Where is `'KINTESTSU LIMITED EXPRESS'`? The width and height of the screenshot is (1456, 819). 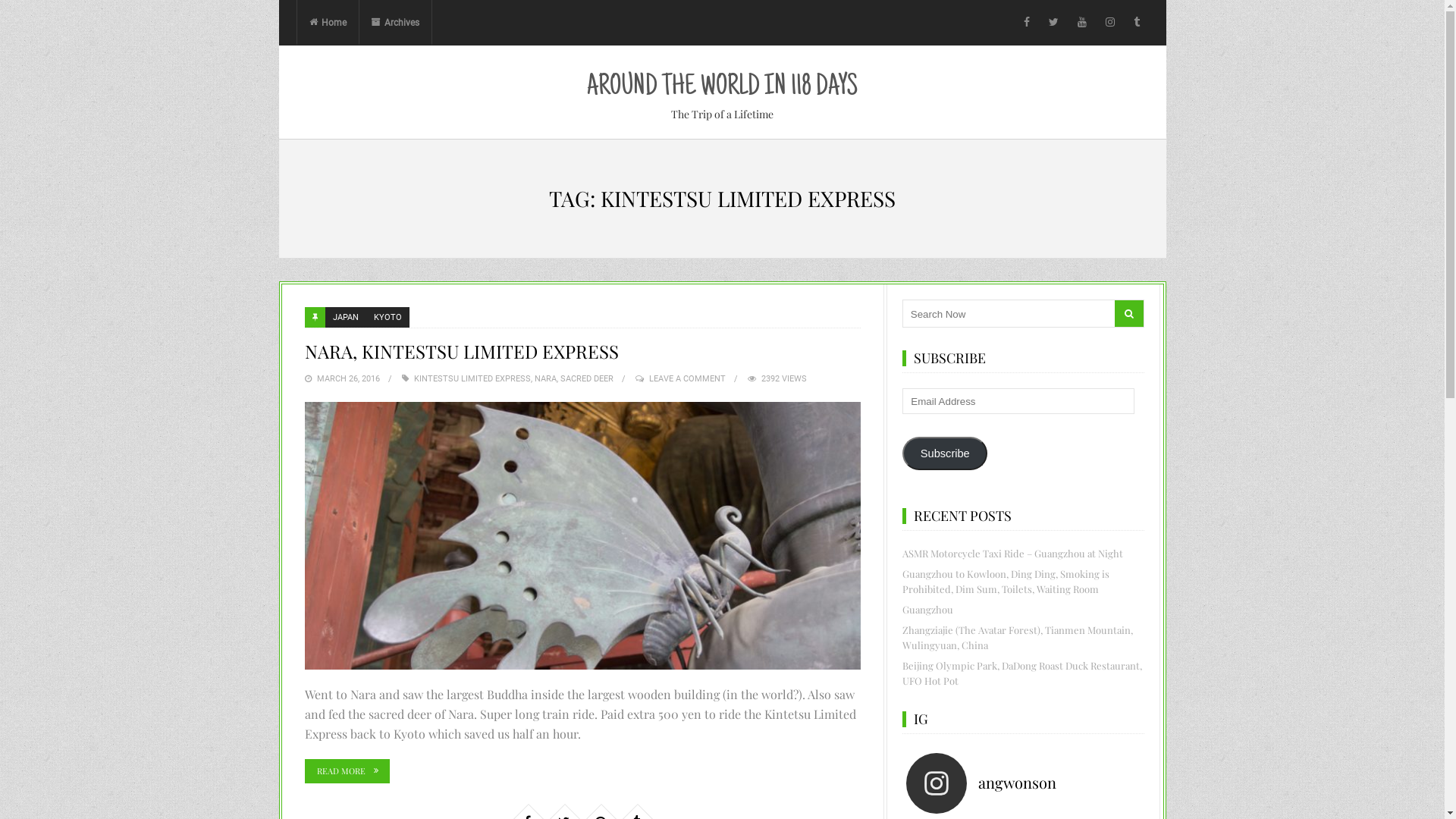 'KINTESTSU LIMITED EXPRESS' is located at coordinates (414, 378).